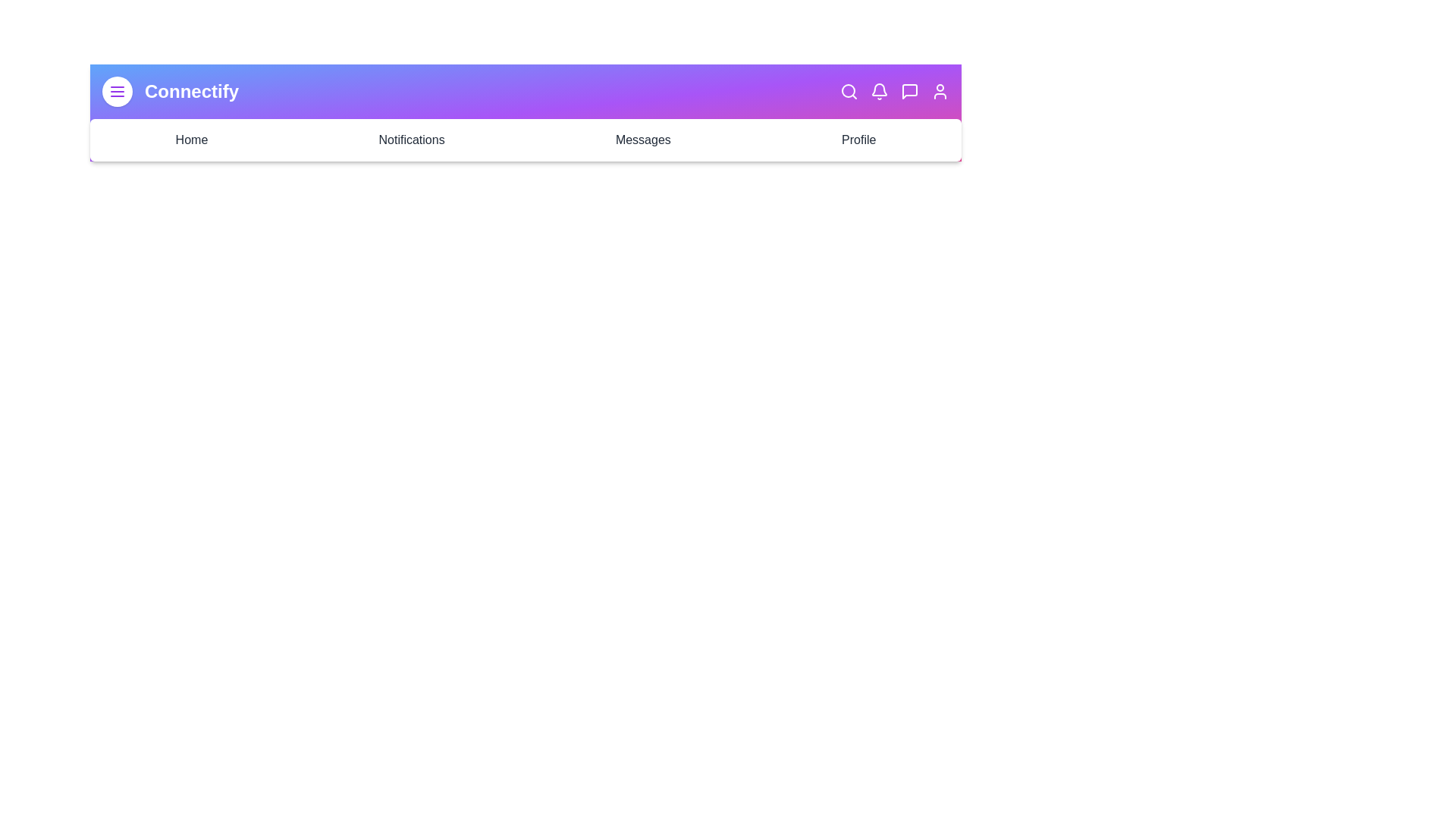  Describe the element at coordinates (880, 91) in the screenshot. I see `the Notifications icon in the top-right section` at that location.